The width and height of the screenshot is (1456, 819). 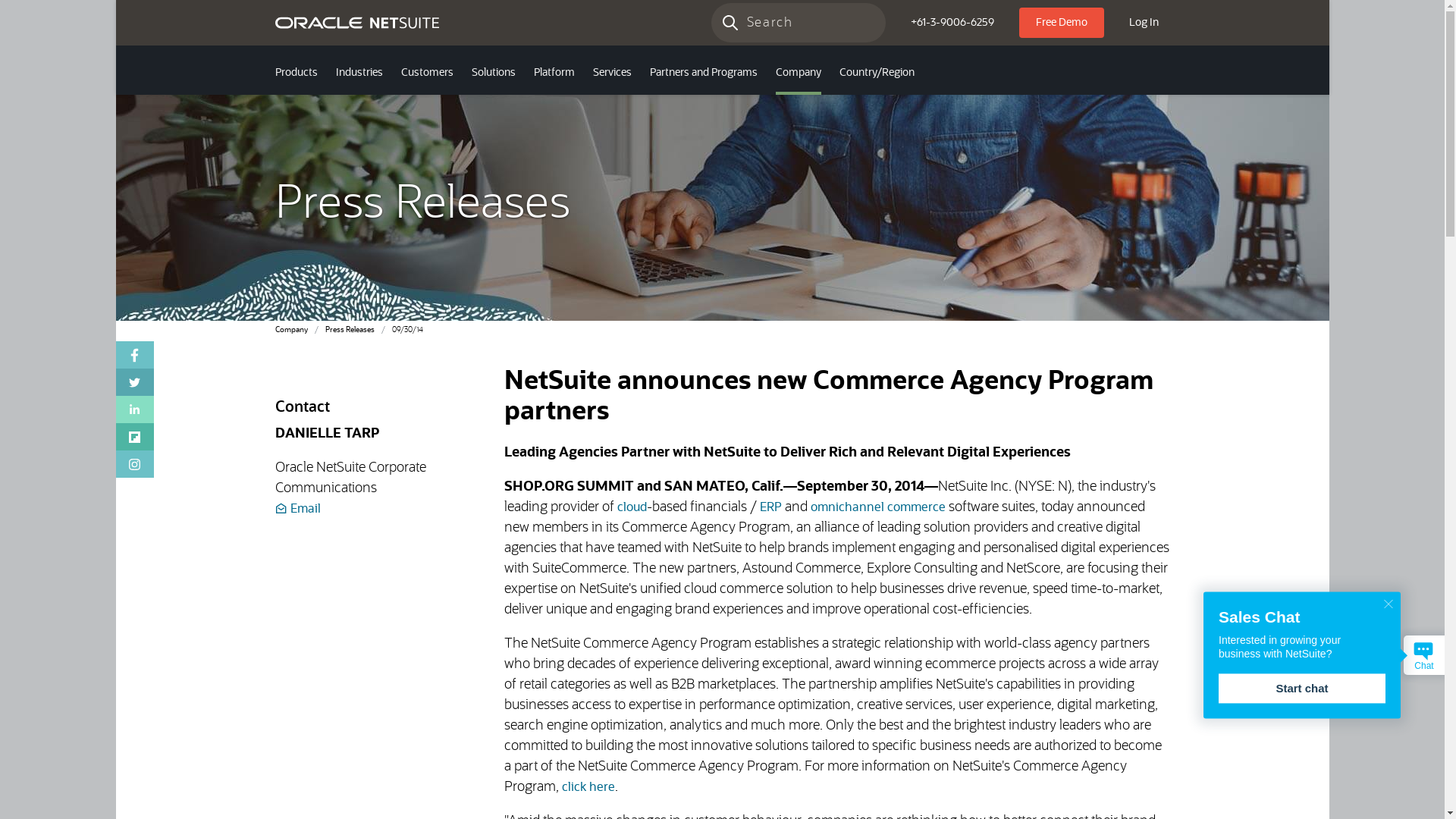 I want to click on 'click here', so click(x=588, y=786).